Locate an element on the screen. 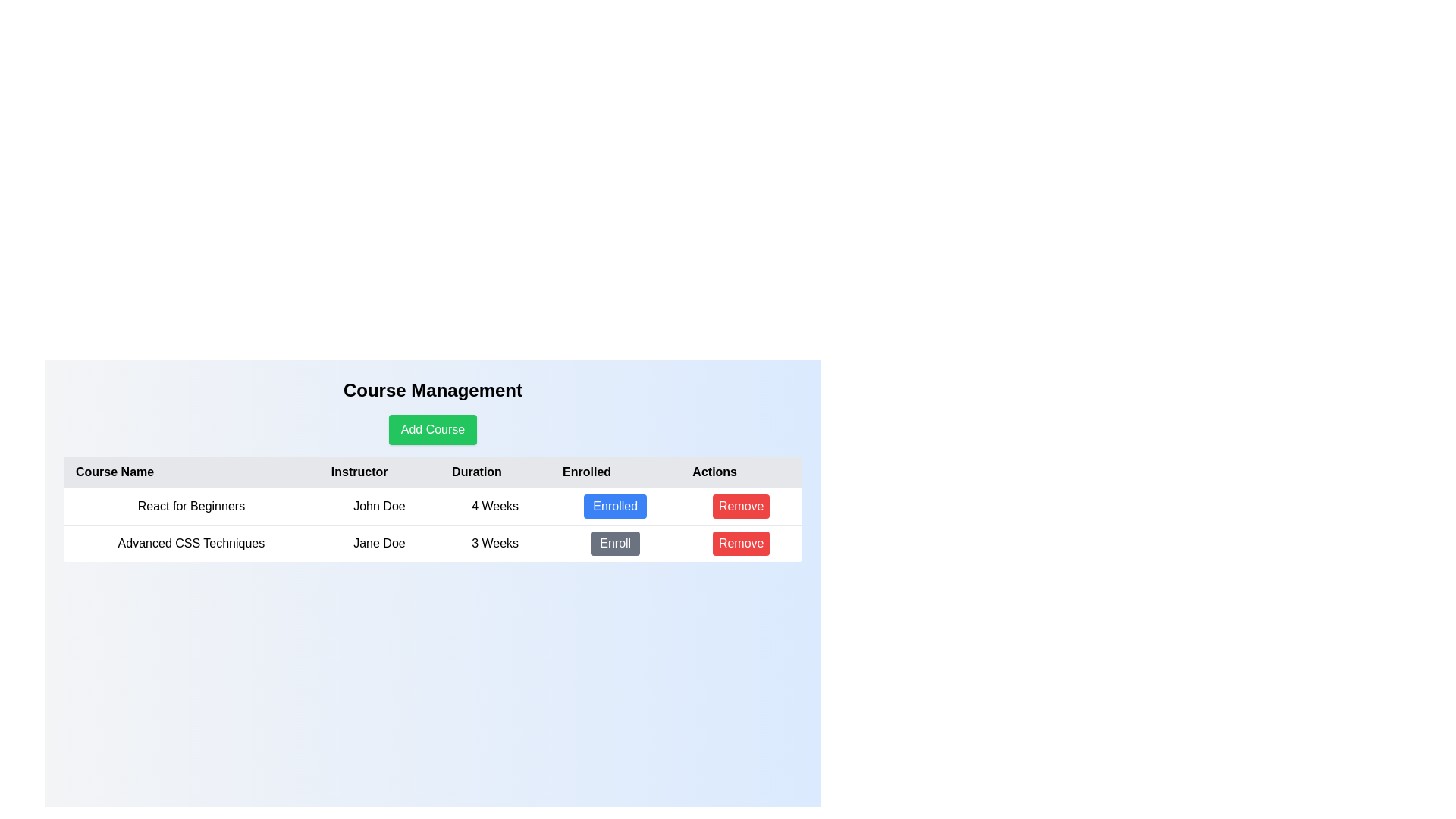 The image size is (1456, 819). the Text label representing the name of a course in the course management system, which is positioned immediately to the left of the text 'John Doe' is located at coordinates (190, 506).